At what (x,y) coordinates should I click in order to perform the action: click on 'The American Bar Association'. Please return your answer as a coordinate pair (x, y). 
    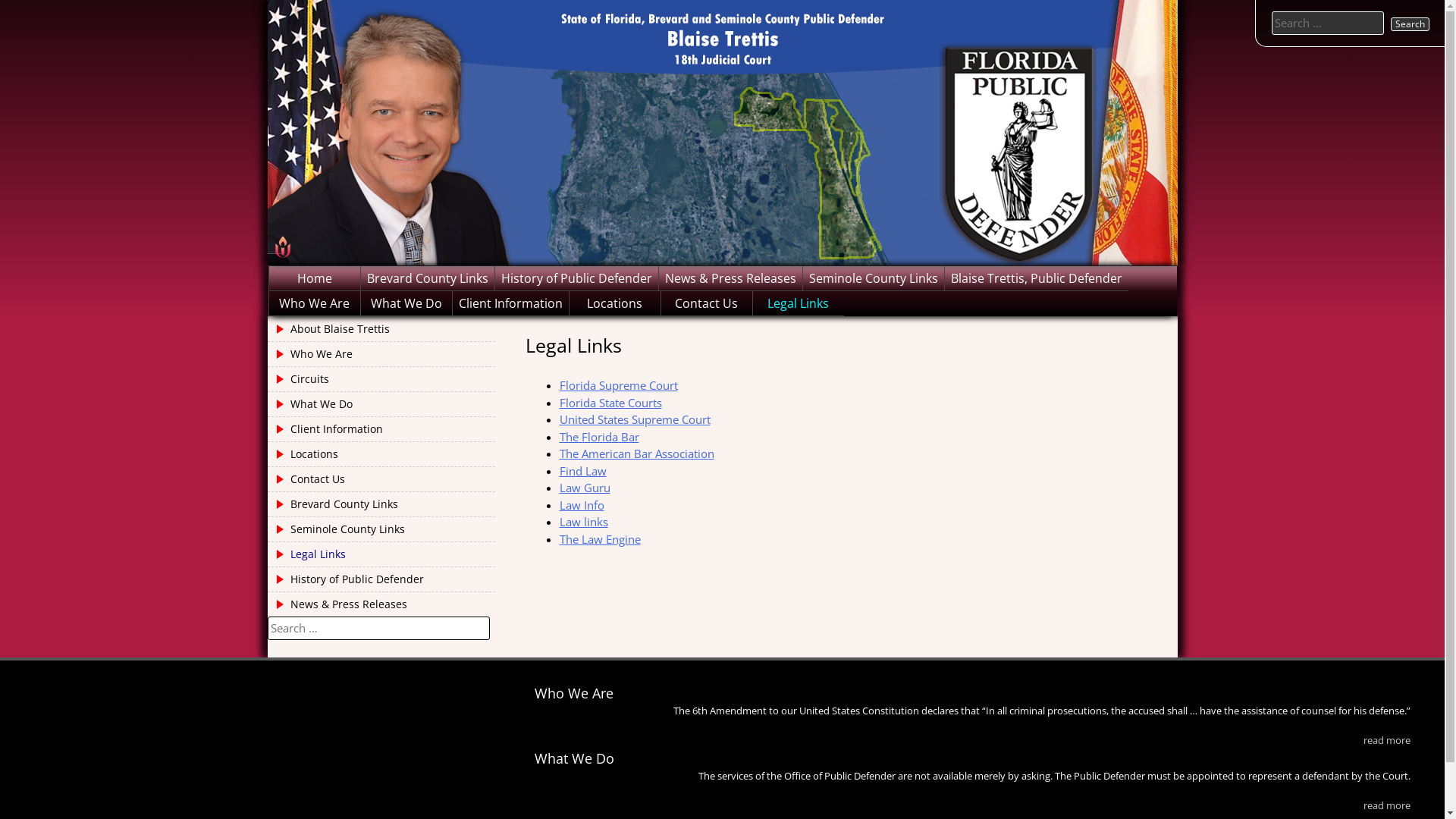
    Looking at the image, I should click on (637, 452).